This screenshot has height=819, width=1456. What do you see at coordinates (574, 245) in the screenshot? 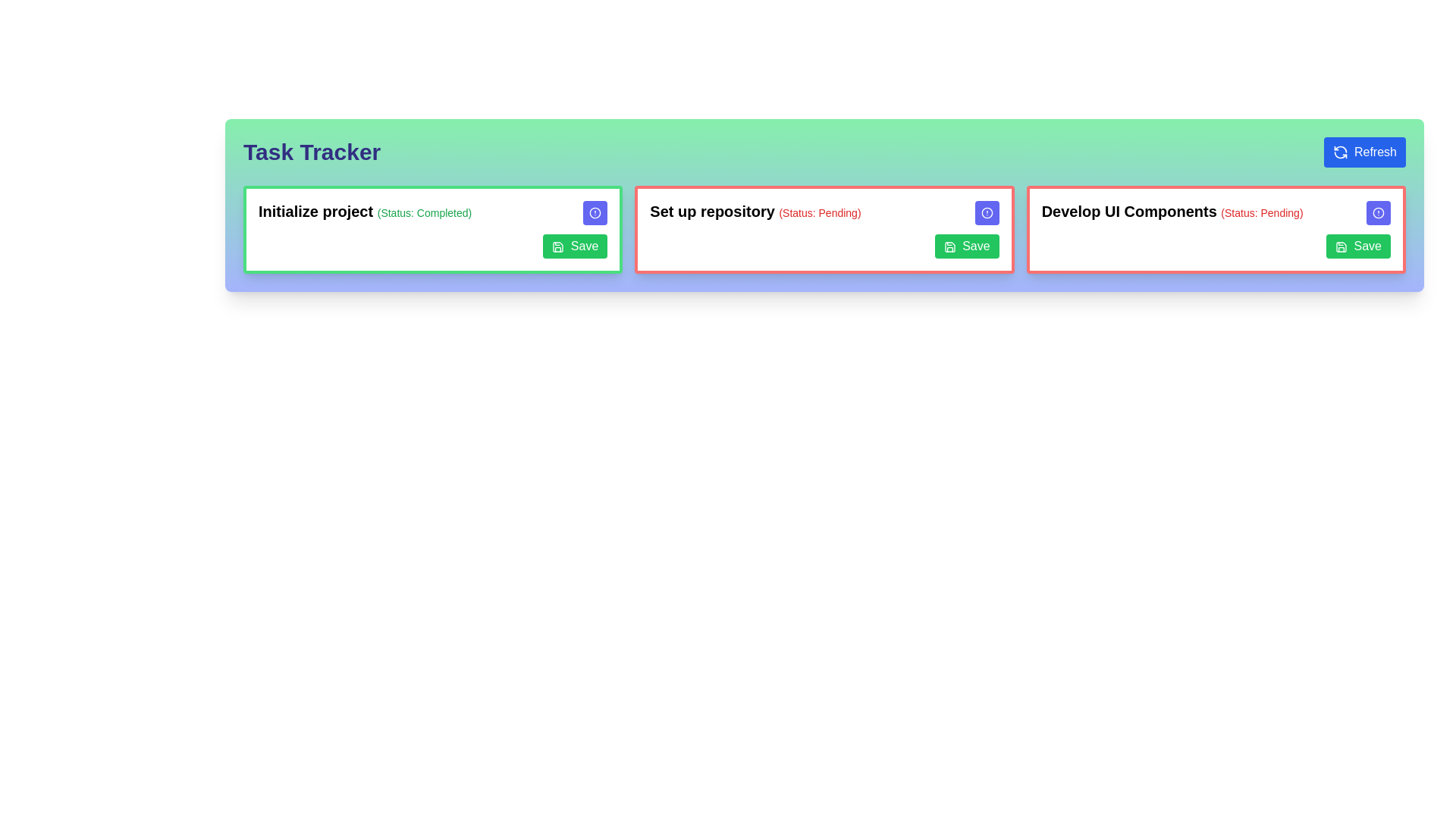
I see `the save button located at the bottom-right corner of the 'Initialize project' task card` at bounding box center [574, 245].